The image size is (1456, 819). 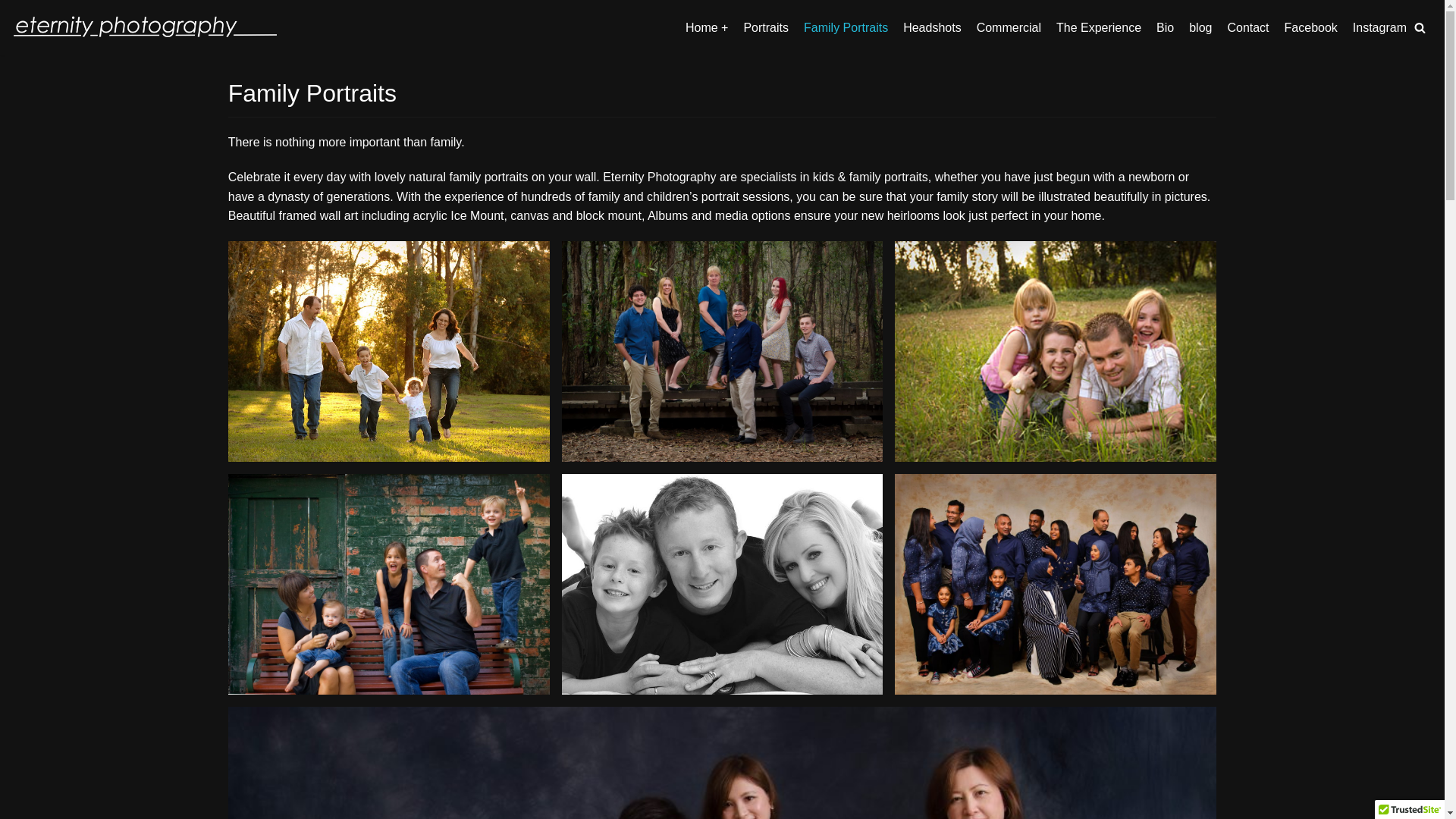 I want to click on 'Commercial', so click(x=1009, y=28).